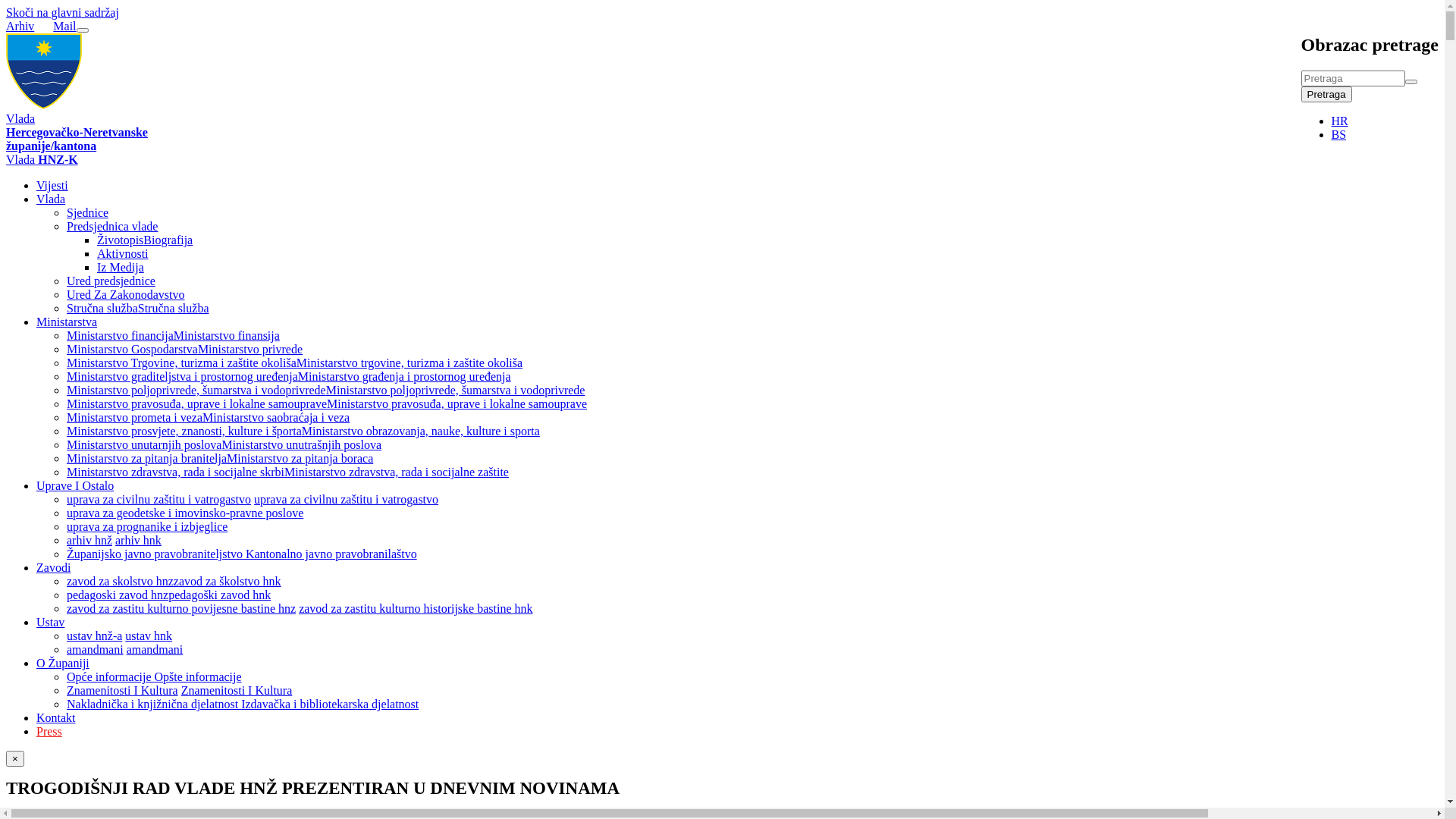 Image resolution: width=1456 pixels, height=819 pixels. I want to click on 'Predsjednica vlade', so click(65, 226).